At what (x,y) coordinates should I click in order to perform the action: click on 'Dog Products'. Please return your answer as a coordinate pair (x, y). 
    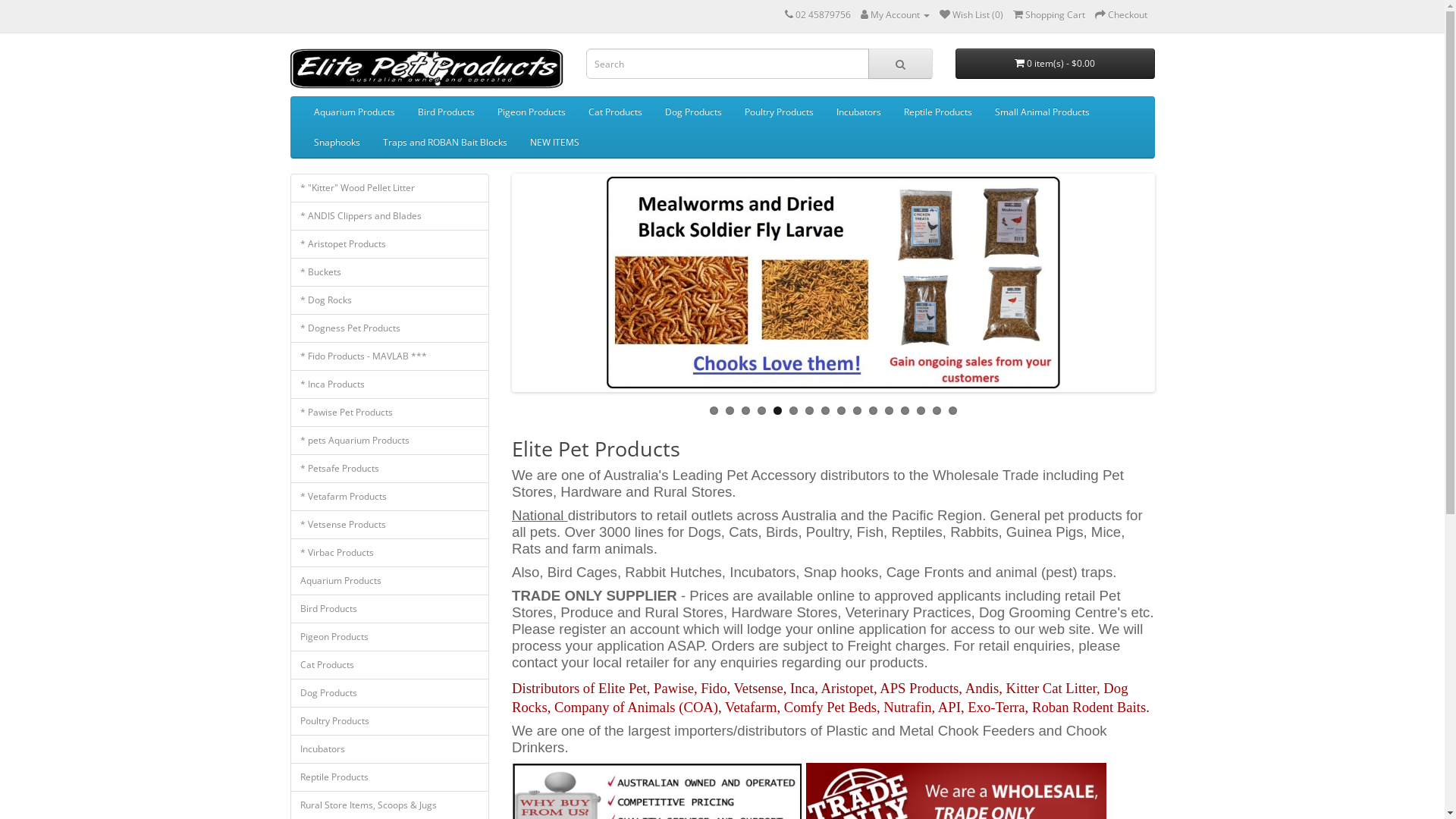
    Looking at the image, I should click on (290, 692).